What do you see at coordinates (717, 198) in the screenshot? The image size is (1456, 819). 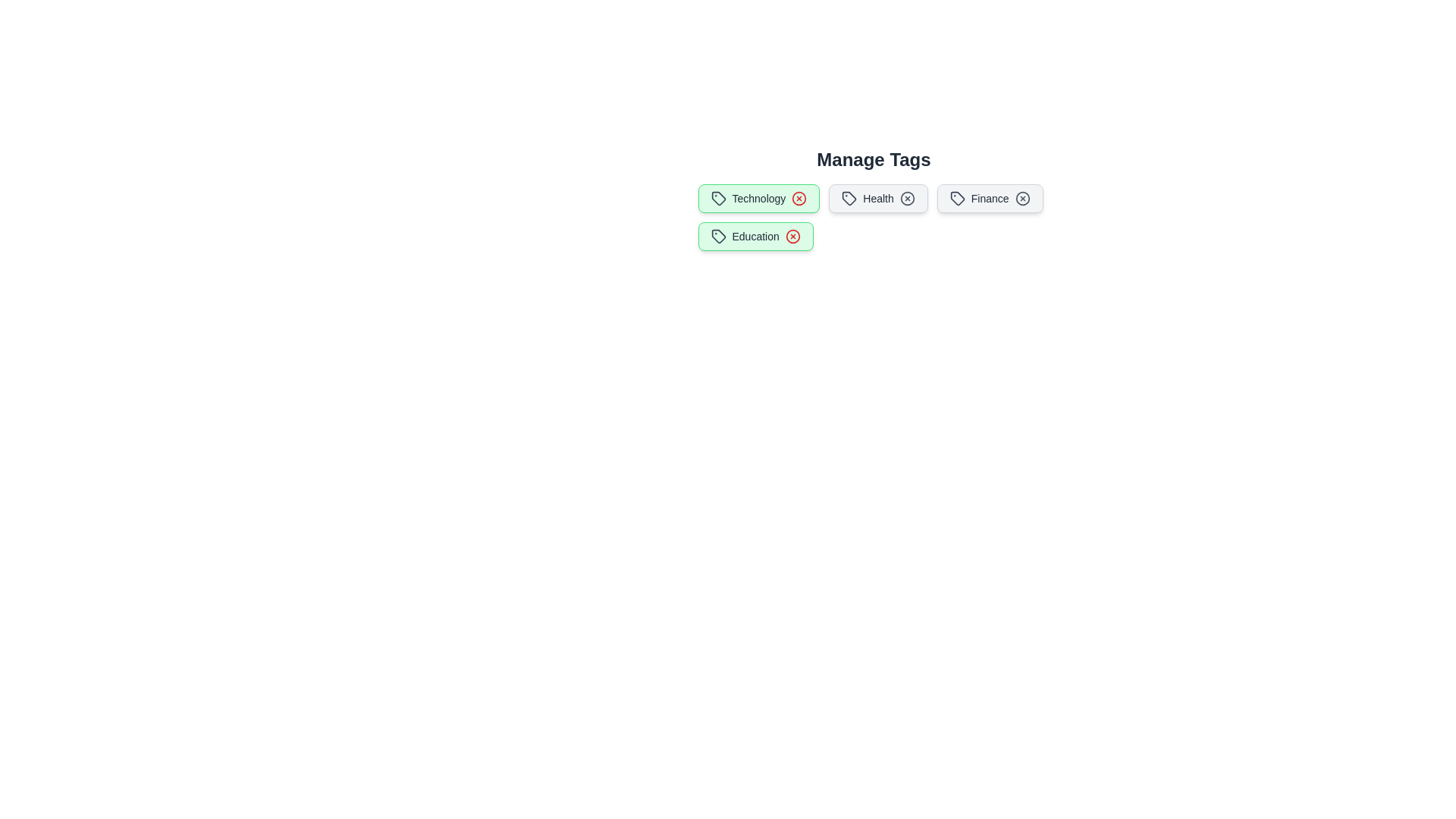 I see `the icon within the tag labeled Technology` at bounding box center [717, 198].